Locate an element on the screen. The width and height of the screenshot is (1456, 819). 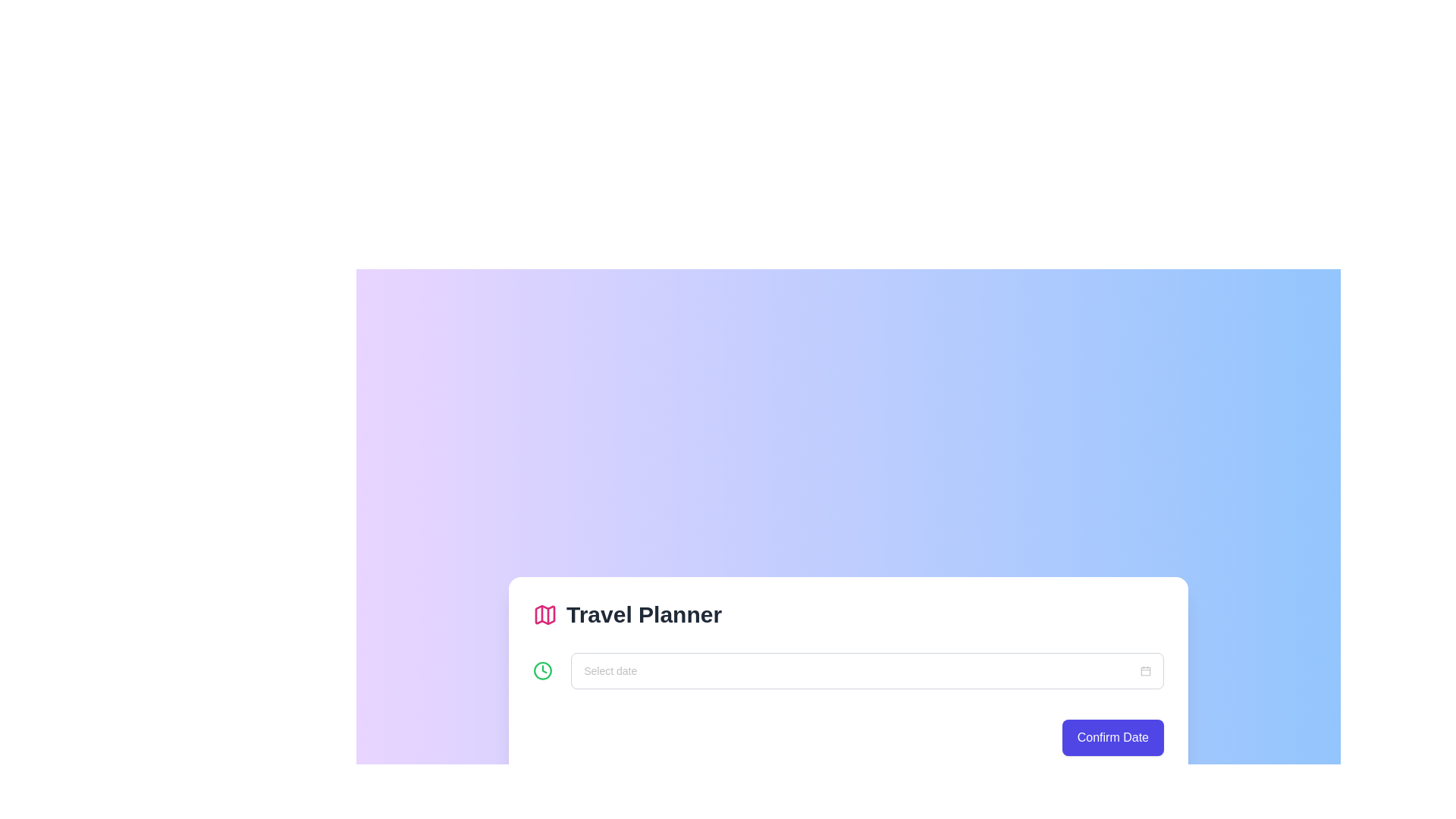
the small calendar icon with a gray border located on the far right of the text input field is located at coordinates (1146, 670).